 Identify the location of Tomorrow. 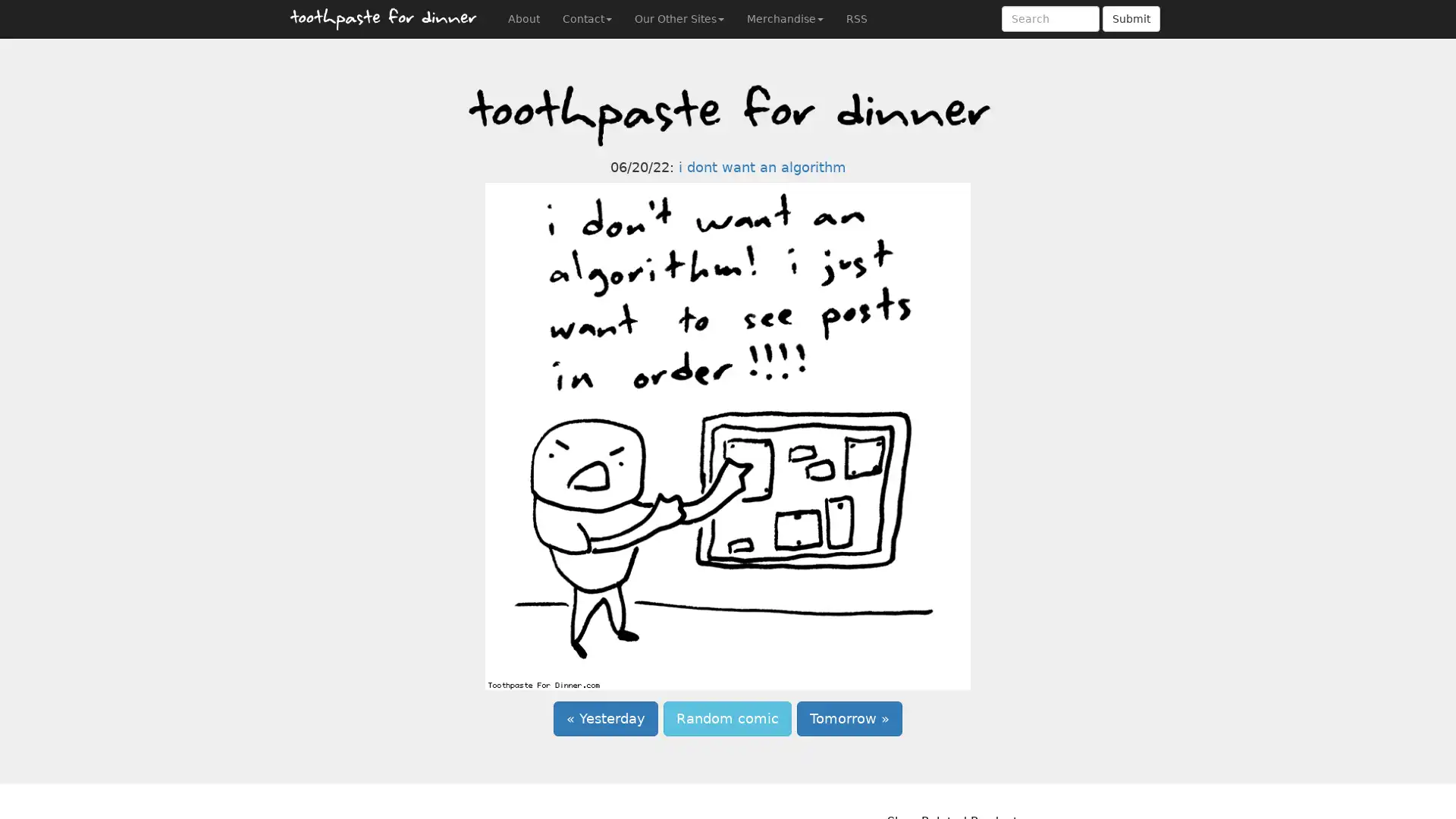
(849, 718).